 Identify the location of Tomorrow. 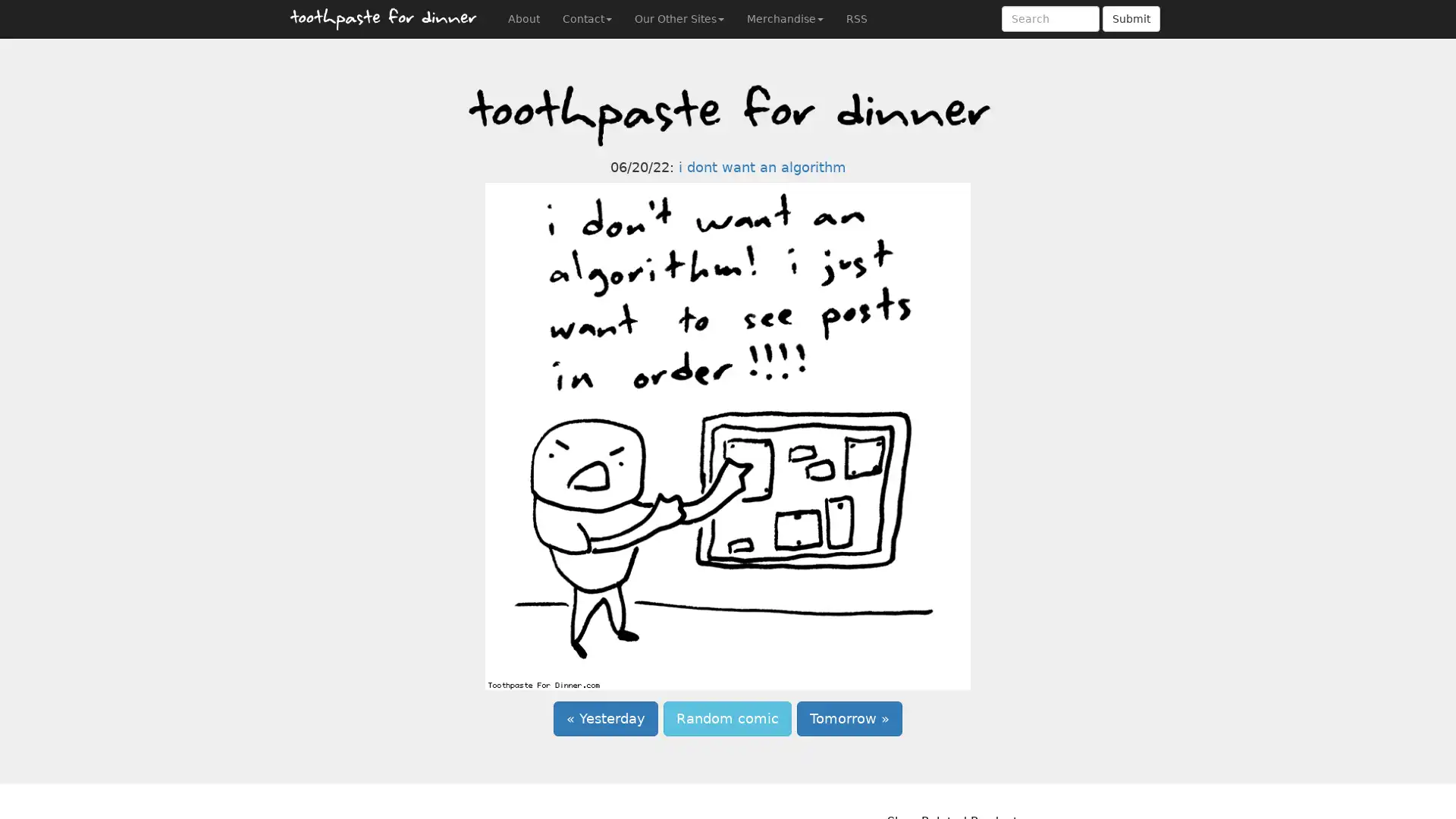
(849, 718).